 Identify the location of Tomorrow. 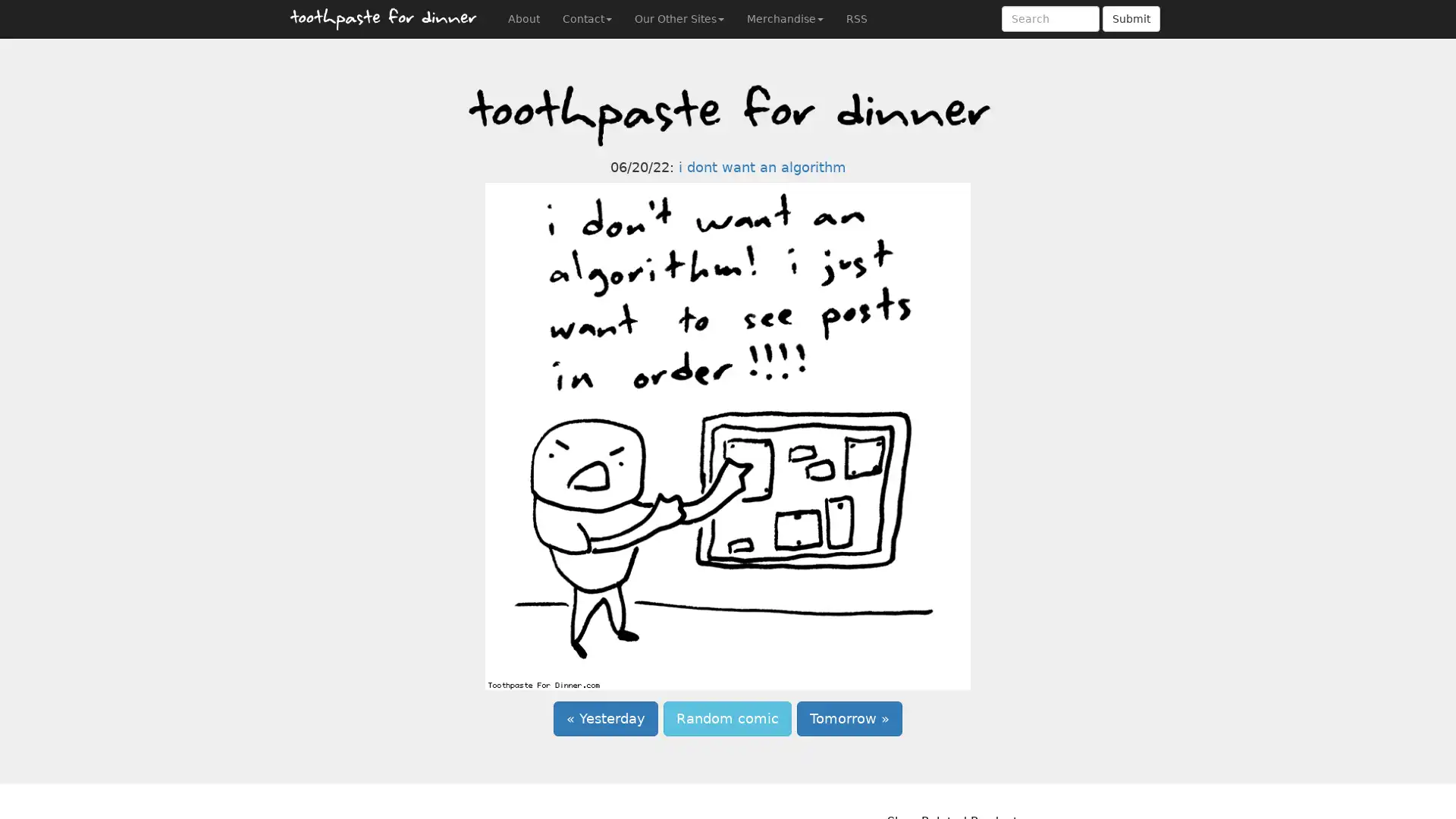
(849, 718).